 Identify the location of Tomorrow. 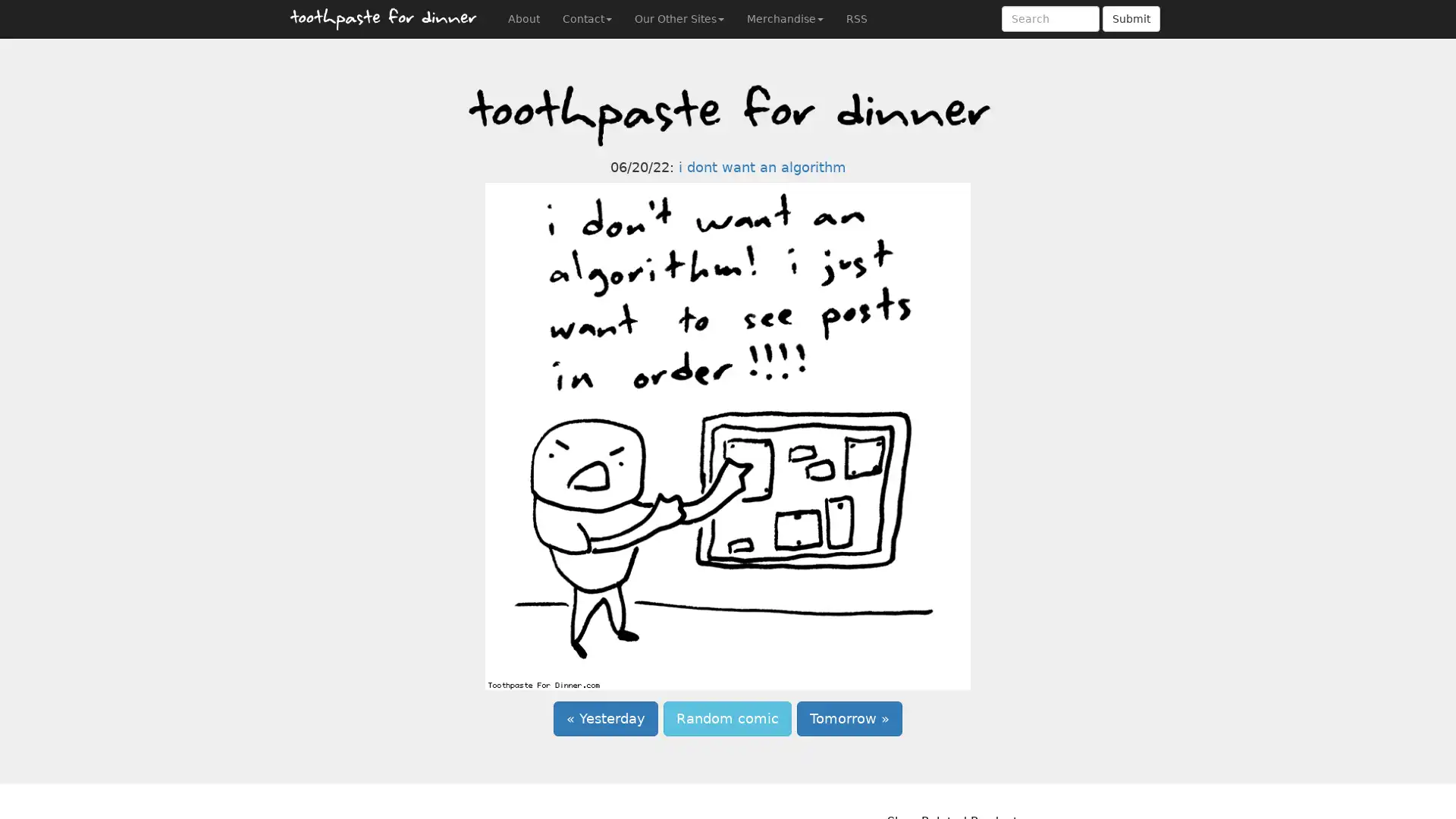
(849, 718).